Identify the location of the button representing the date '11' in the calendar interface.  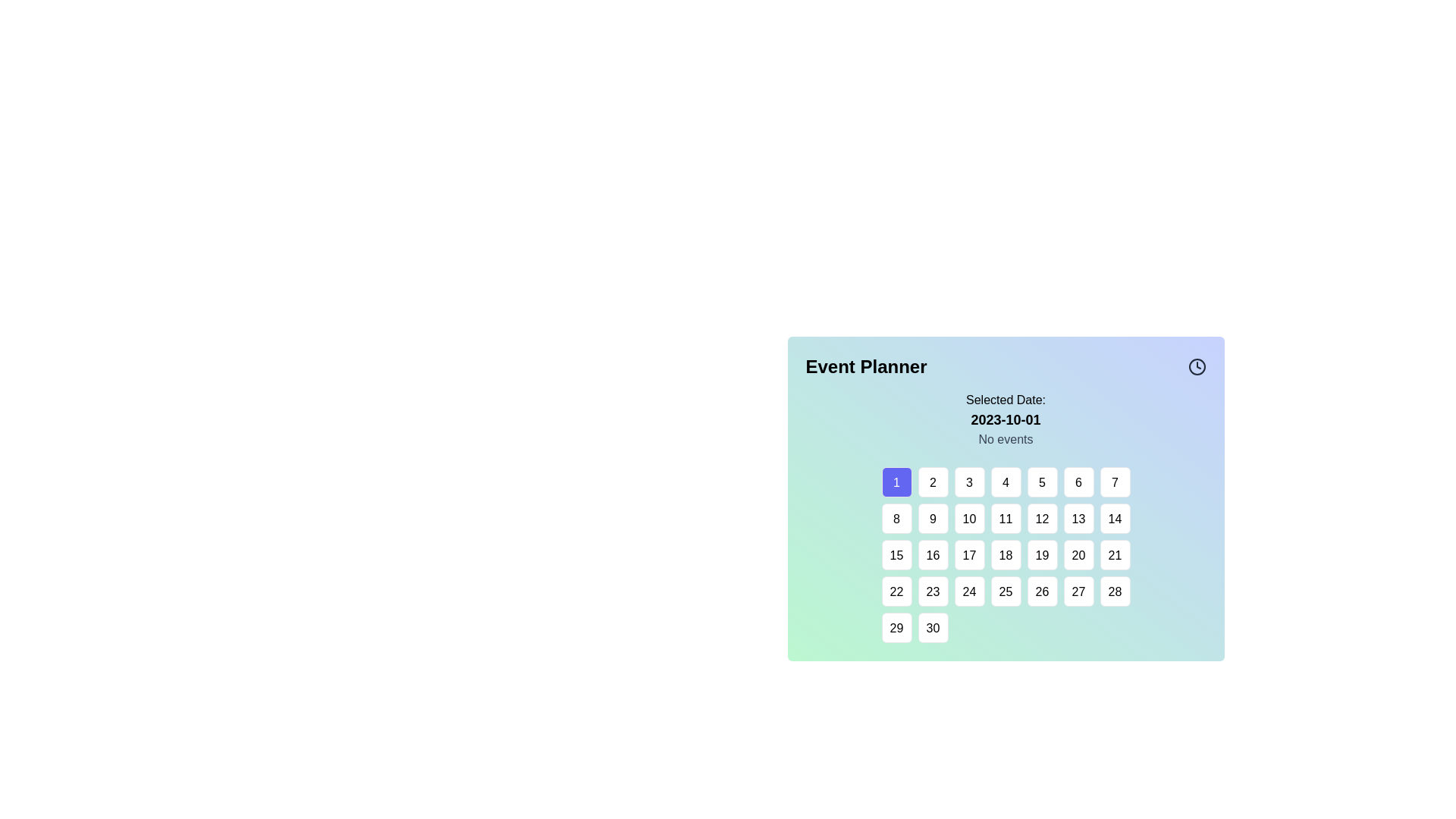
(1006, 517).